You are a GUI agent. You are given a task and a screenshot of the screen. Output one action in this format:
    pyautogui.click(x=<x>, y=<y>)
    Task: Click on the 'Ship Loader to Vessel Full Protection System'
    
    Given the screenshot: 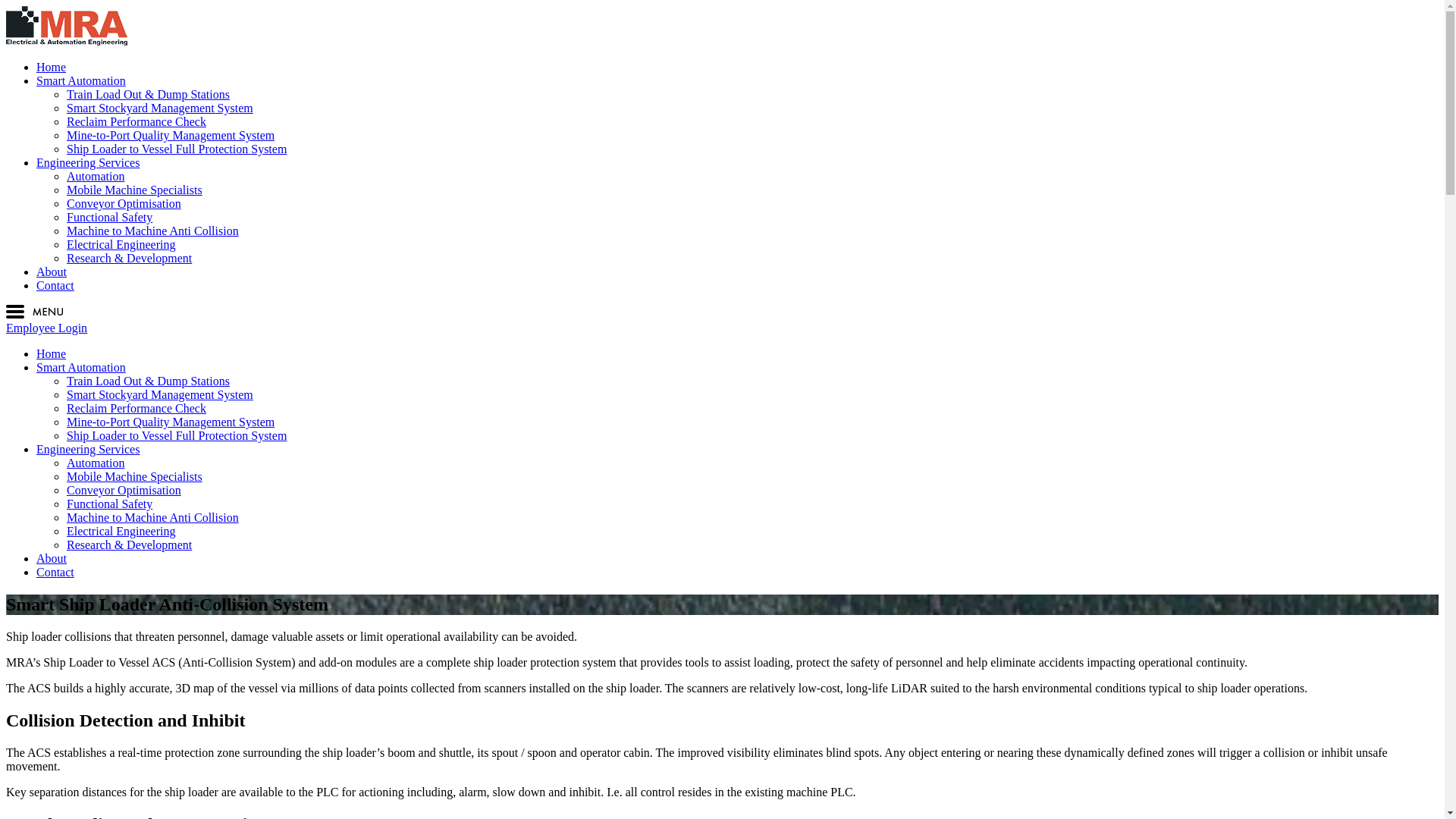 What is the action you would take?
    pyautogui.click(x=177, y=435)
    